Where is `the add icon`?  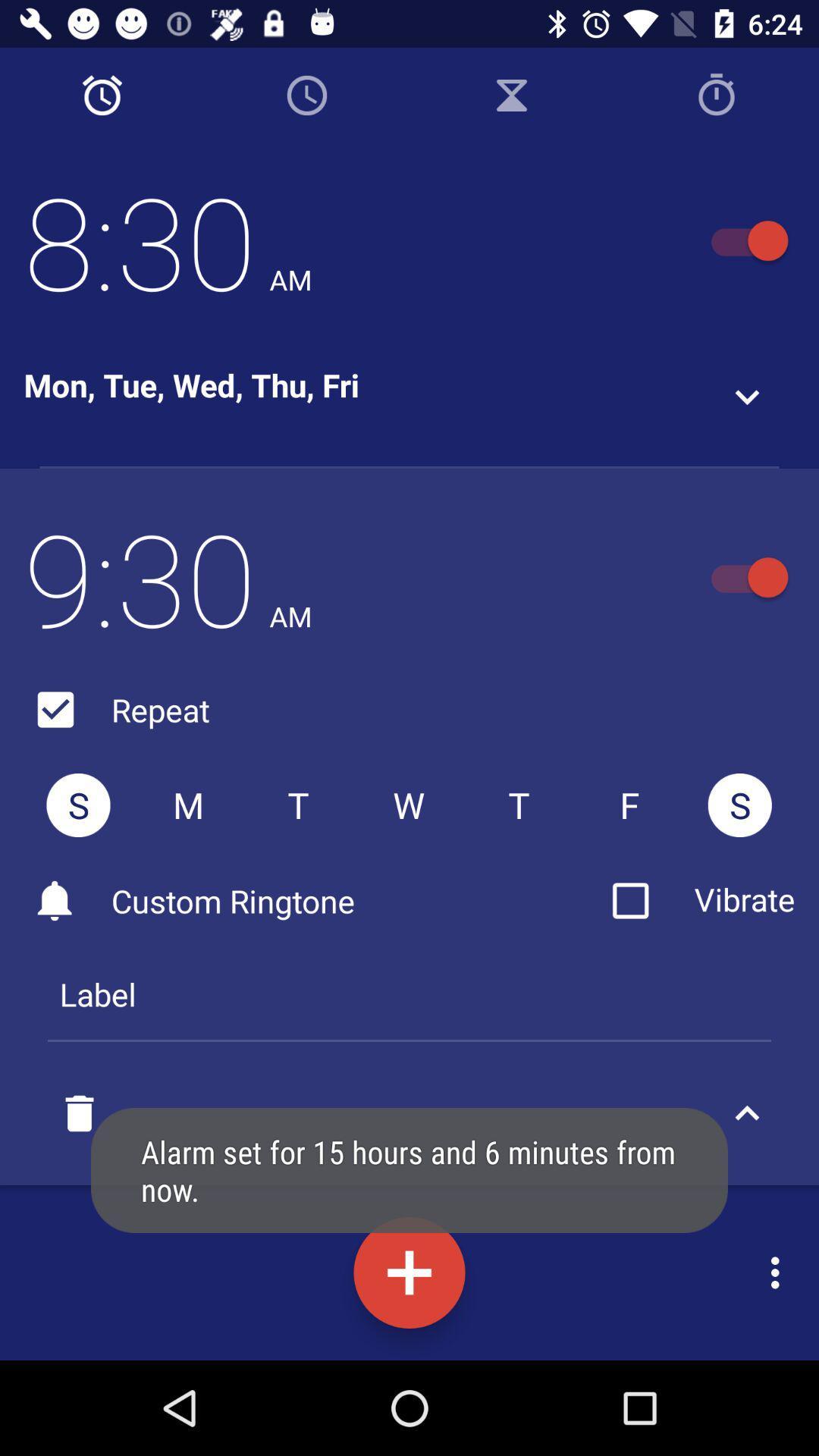
the add icon is located at coordinates (409, 1272).